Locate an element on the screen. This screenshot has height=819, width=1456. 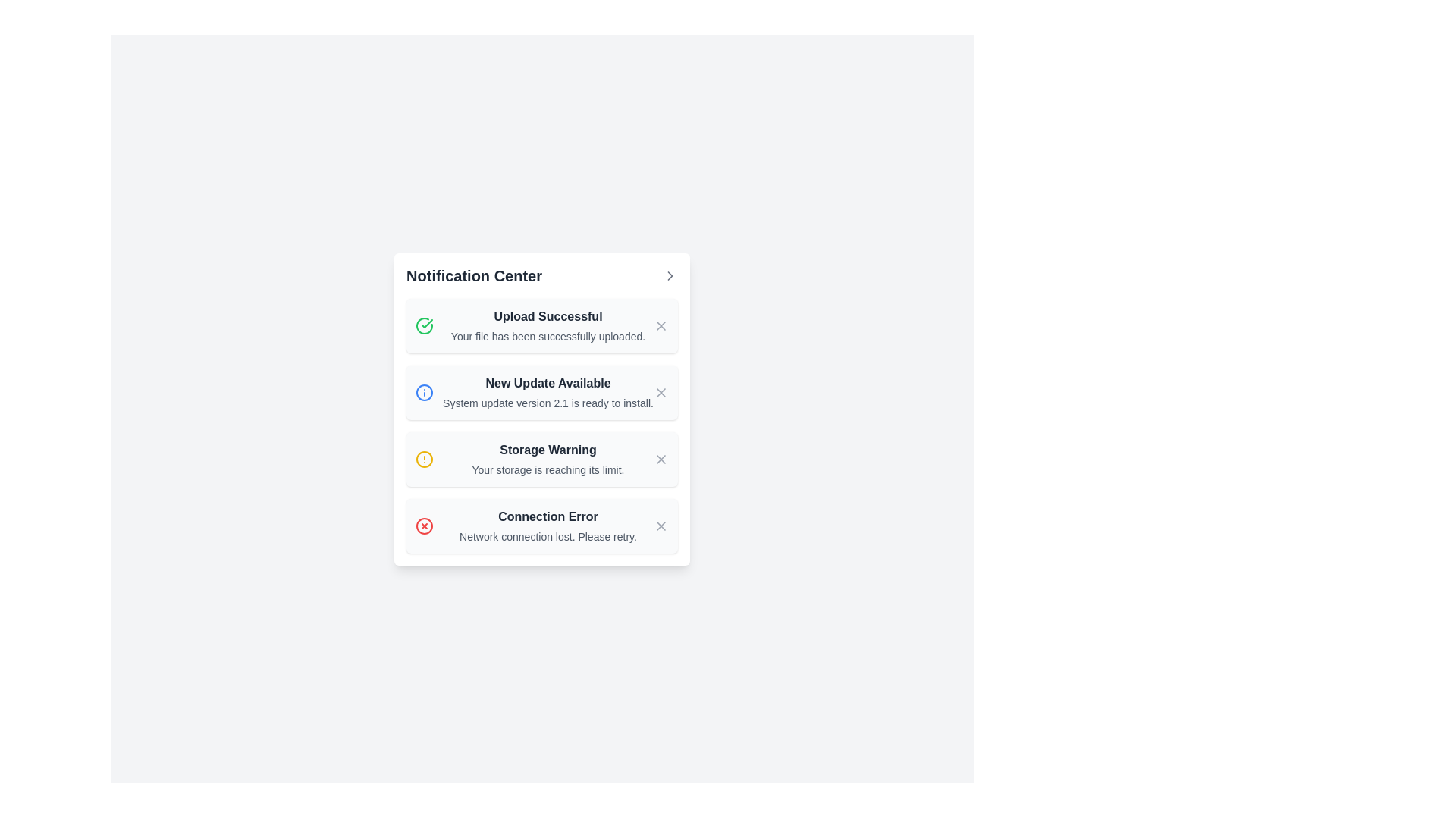
secondary text notification message that states 'Your storage is reaching its limit.' located within the 'Storage Warning' notification card under the heading 'Notification Center' is located at coordinates (548, 469).